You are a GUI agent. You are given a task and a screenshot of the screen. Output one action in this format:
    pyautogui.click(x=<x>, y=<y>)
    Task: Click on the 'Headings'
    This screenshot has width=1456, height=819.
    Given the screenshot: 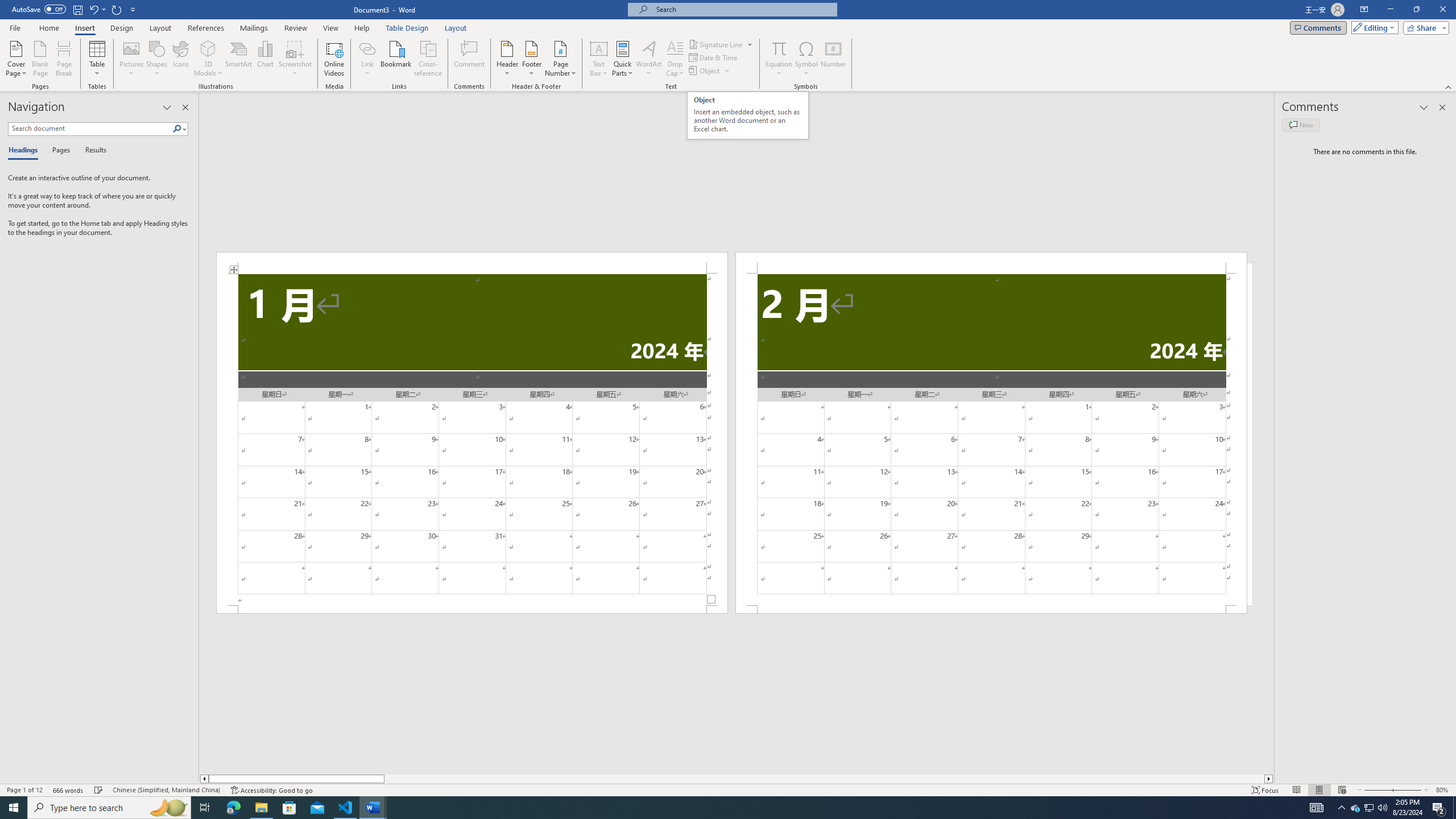 What is the action you would take?
    pyautogui.click(x=25, y=150)
    